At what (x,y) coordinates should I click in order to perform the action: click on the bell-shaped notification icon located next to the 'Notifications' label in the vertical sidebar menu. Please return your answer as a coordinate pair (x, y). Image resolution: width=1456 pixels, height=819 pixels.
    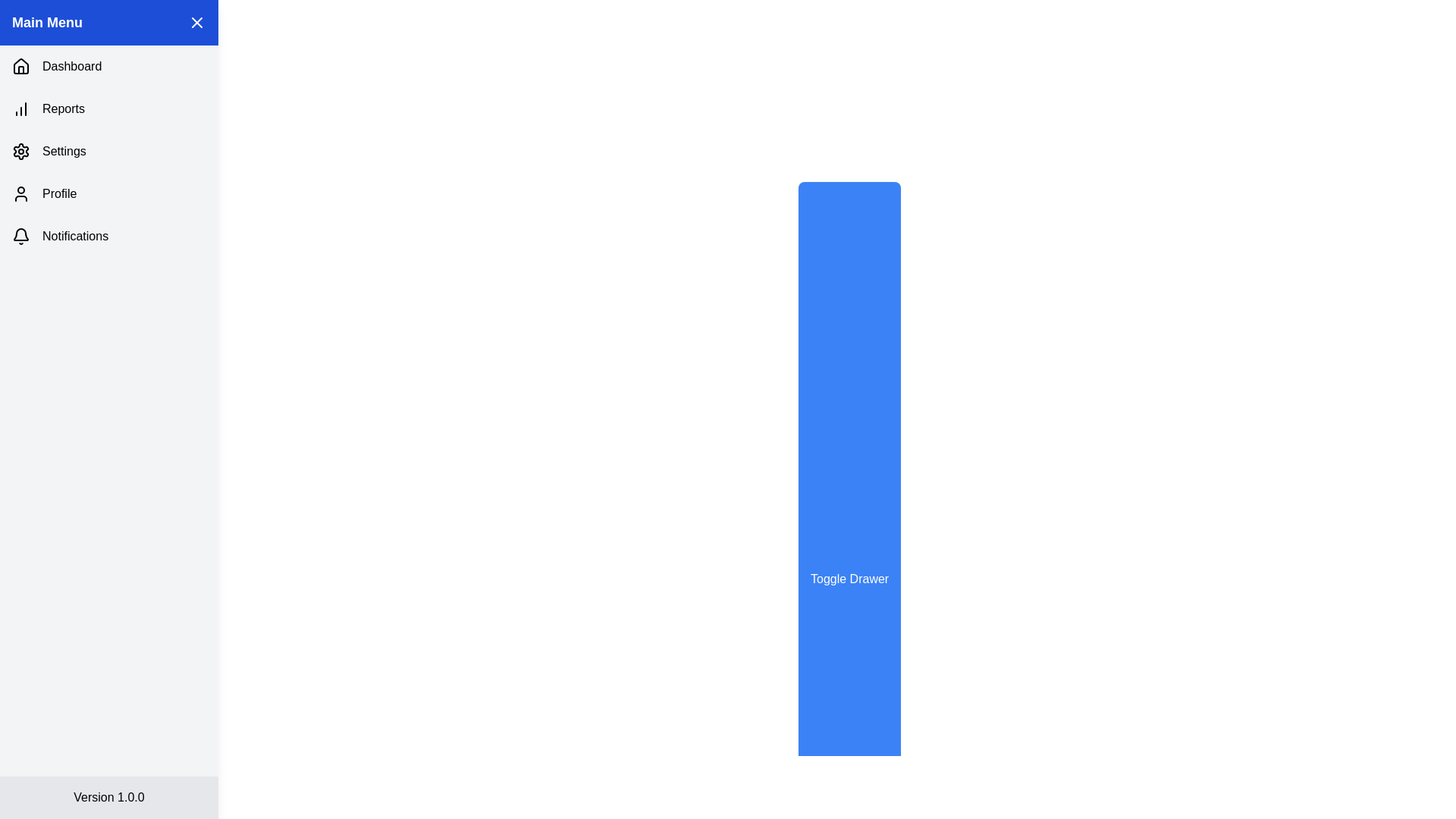
    Looking at the image, I should click on (21, 237).